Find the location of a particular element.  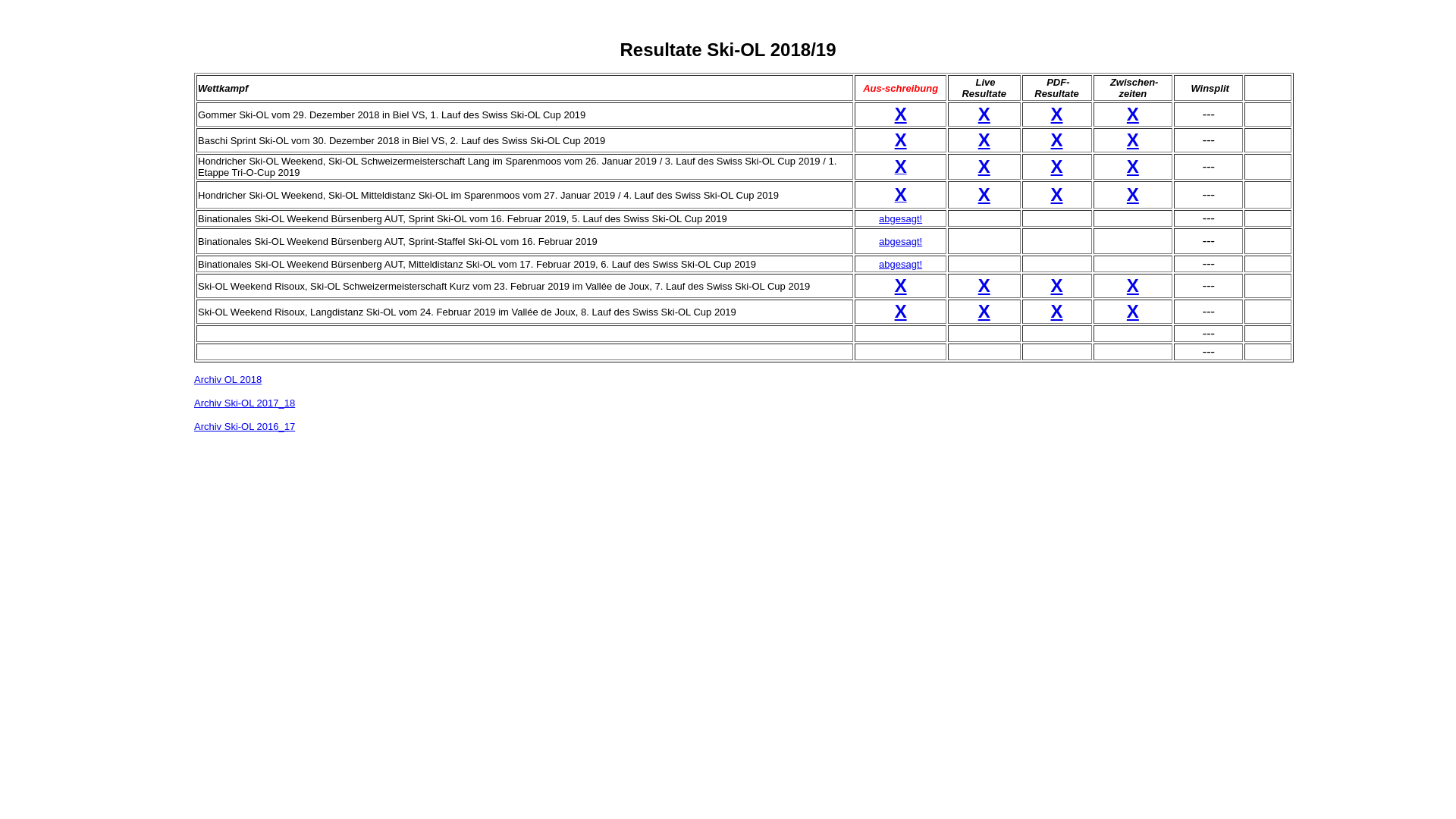

'Archiv Ski-OL 2017_18' is located at coordinates (244, 402).